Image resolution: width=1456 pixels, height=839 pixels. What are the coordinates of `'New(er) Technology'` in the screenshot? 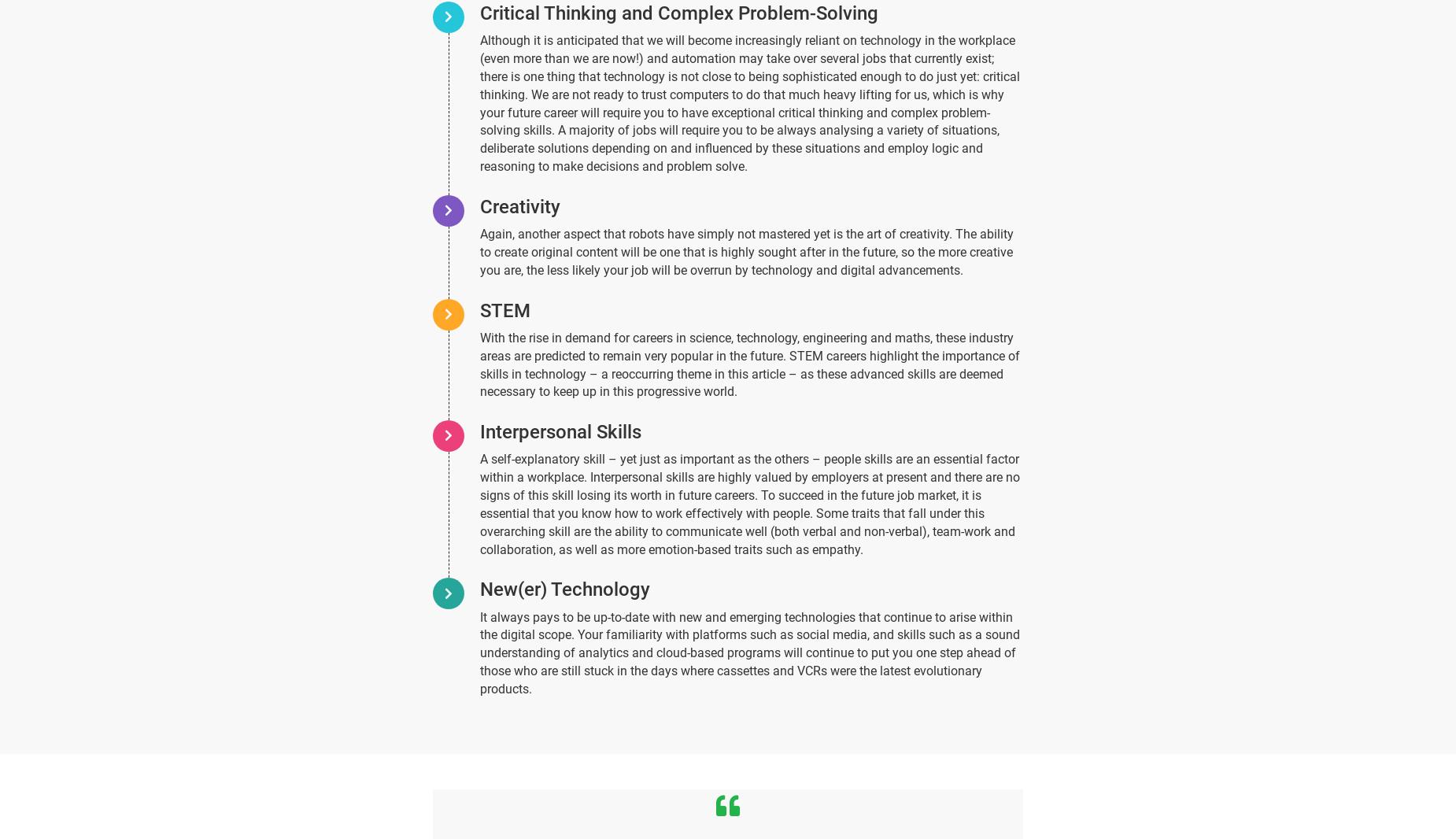 It's located at (564, 588).